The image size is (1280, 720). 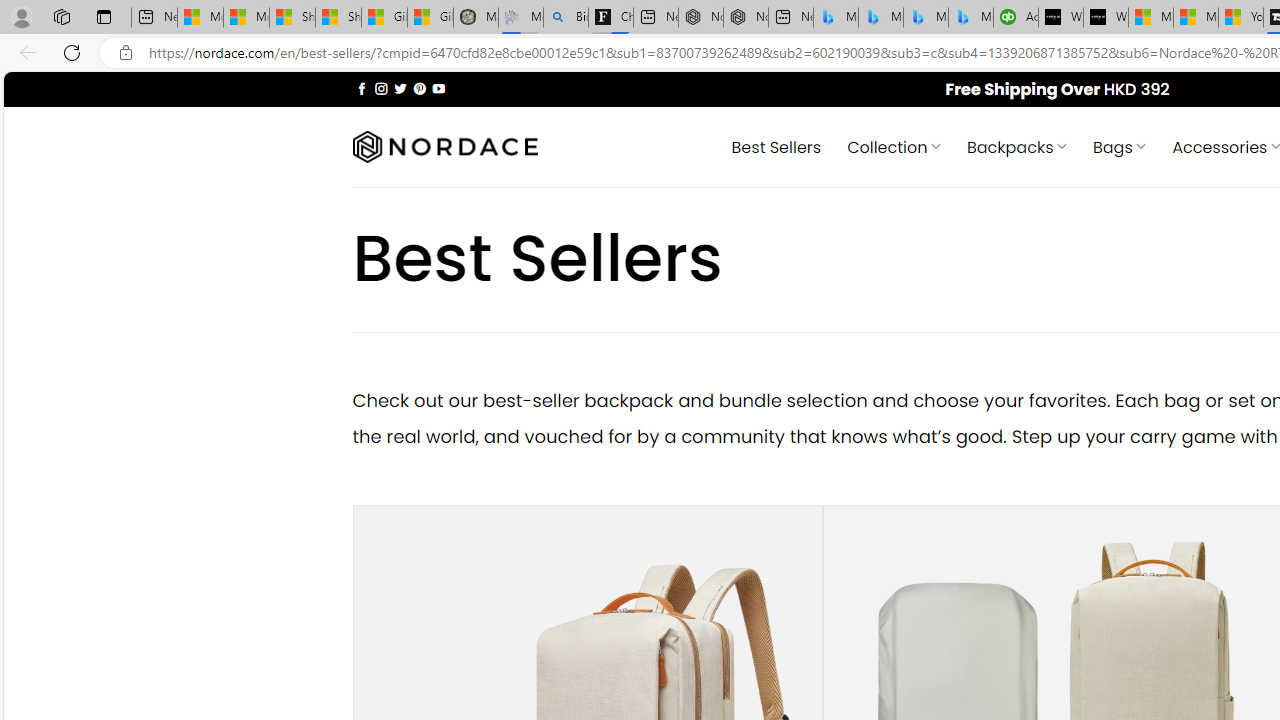 What do you see at coordinates (475, 17) in the screenshot?
I see `'Manatee Mortality Statistics | FWC'` at bounding box center [475, 17].